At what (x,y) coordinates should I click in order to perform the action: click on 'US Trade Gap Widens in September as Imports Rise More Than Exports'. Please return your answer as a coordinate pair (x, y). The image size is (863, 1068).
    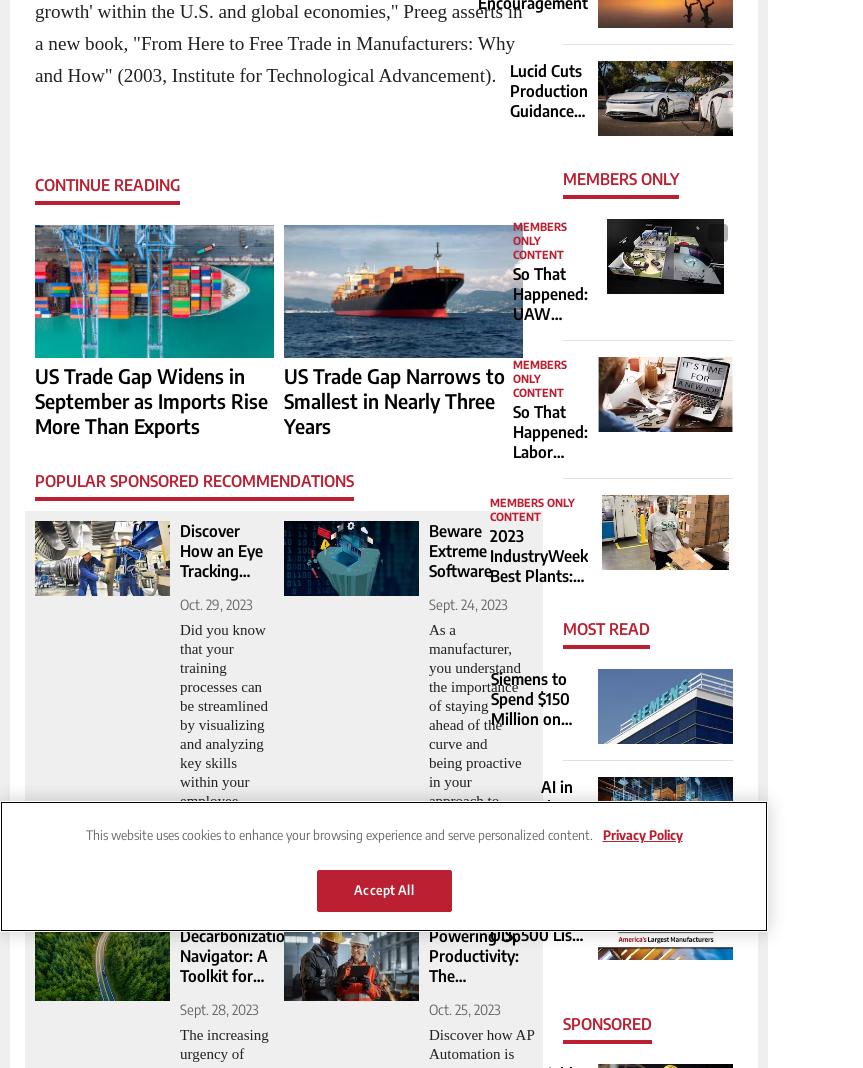
    Looking at the image, I should click on (150, 399).